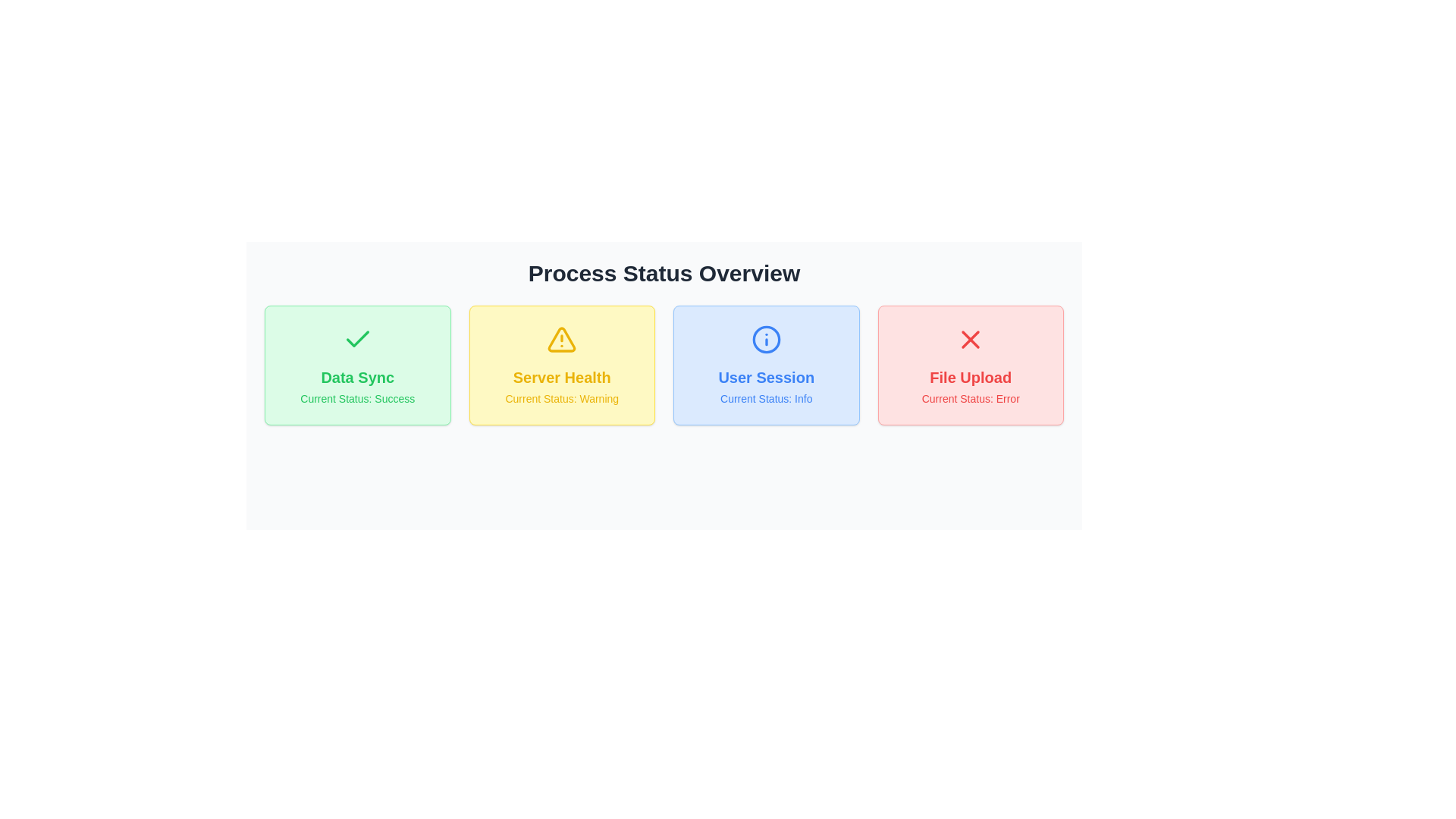  What do you see at coordinates (971, 376) in the screenshot?
I see `the 'File Upload' label located in the red-colored status block, which is the fourth block in the 'Process Status Overview', situated below the 'X' icon and above 'Current Status: Error'` at bounding box center [971, 376].